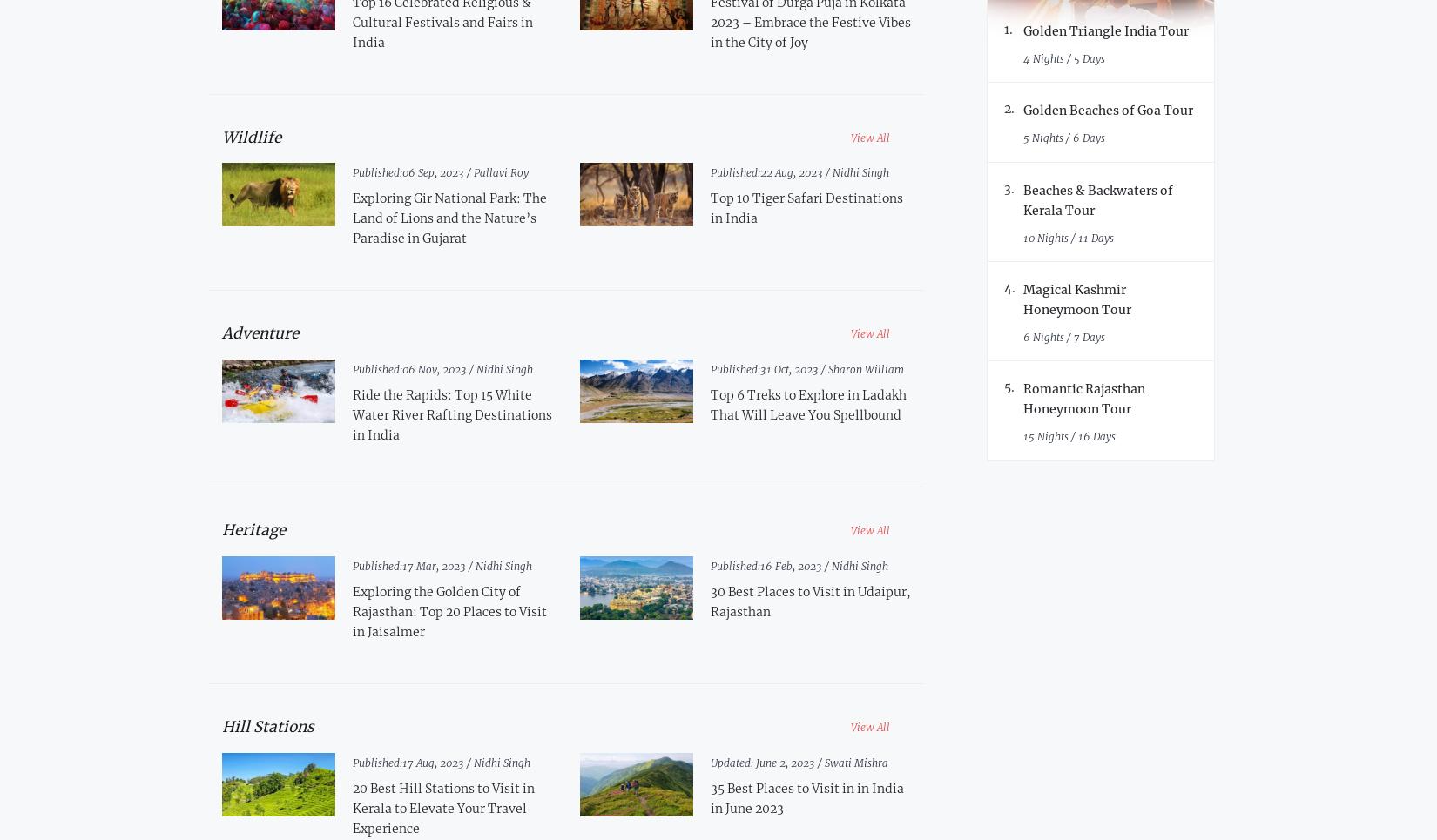  I want to click on '06 Sep, 2023 /', so click(435, 172).